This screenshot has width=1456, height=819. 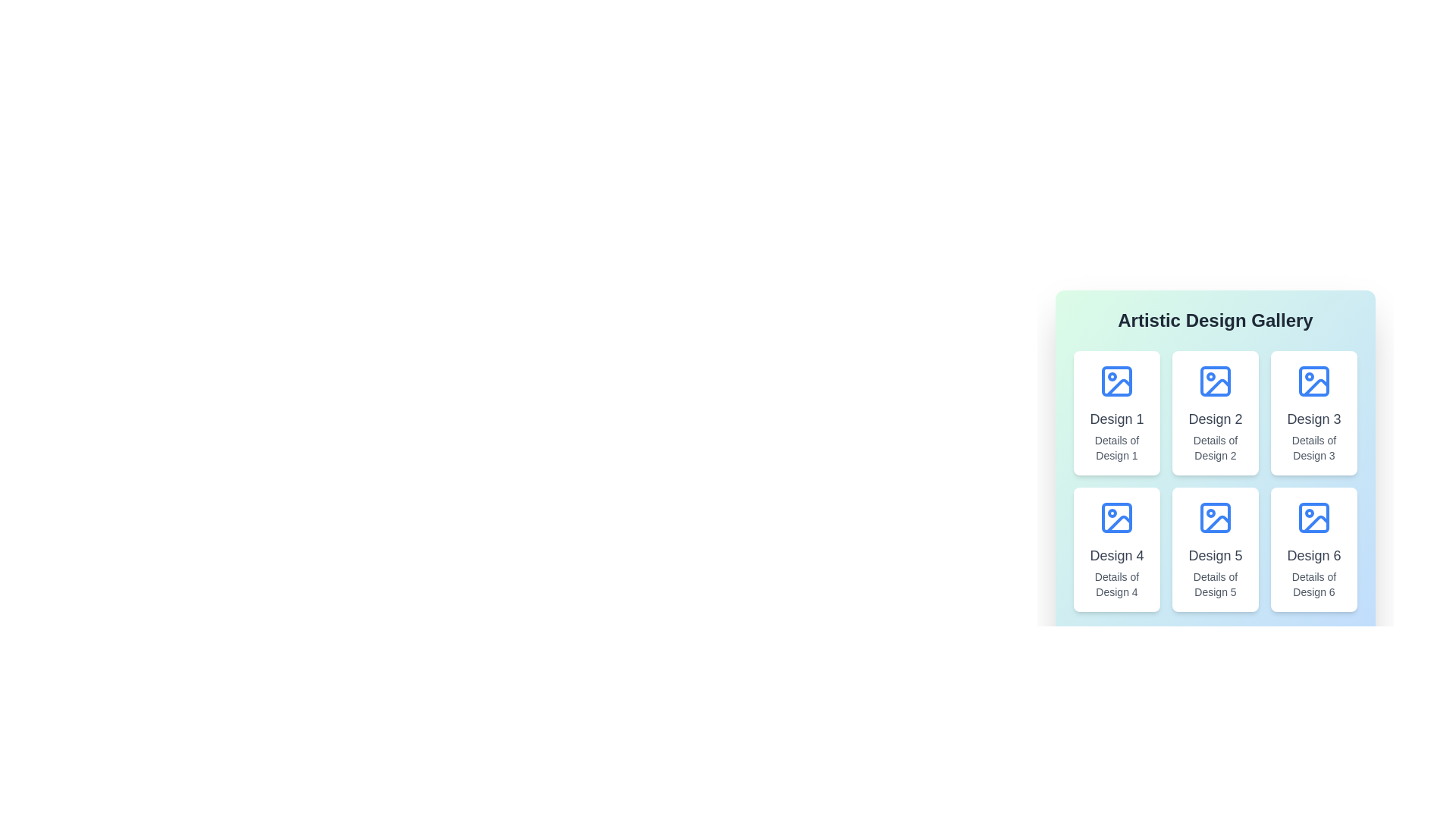 I want to click on the static text label displaying 'Details of Design 1', which is styled with a small gray font and positioned below the heading 'Design 1' in the first cell of a 2x3 grid, so click(x=1117, y=447).